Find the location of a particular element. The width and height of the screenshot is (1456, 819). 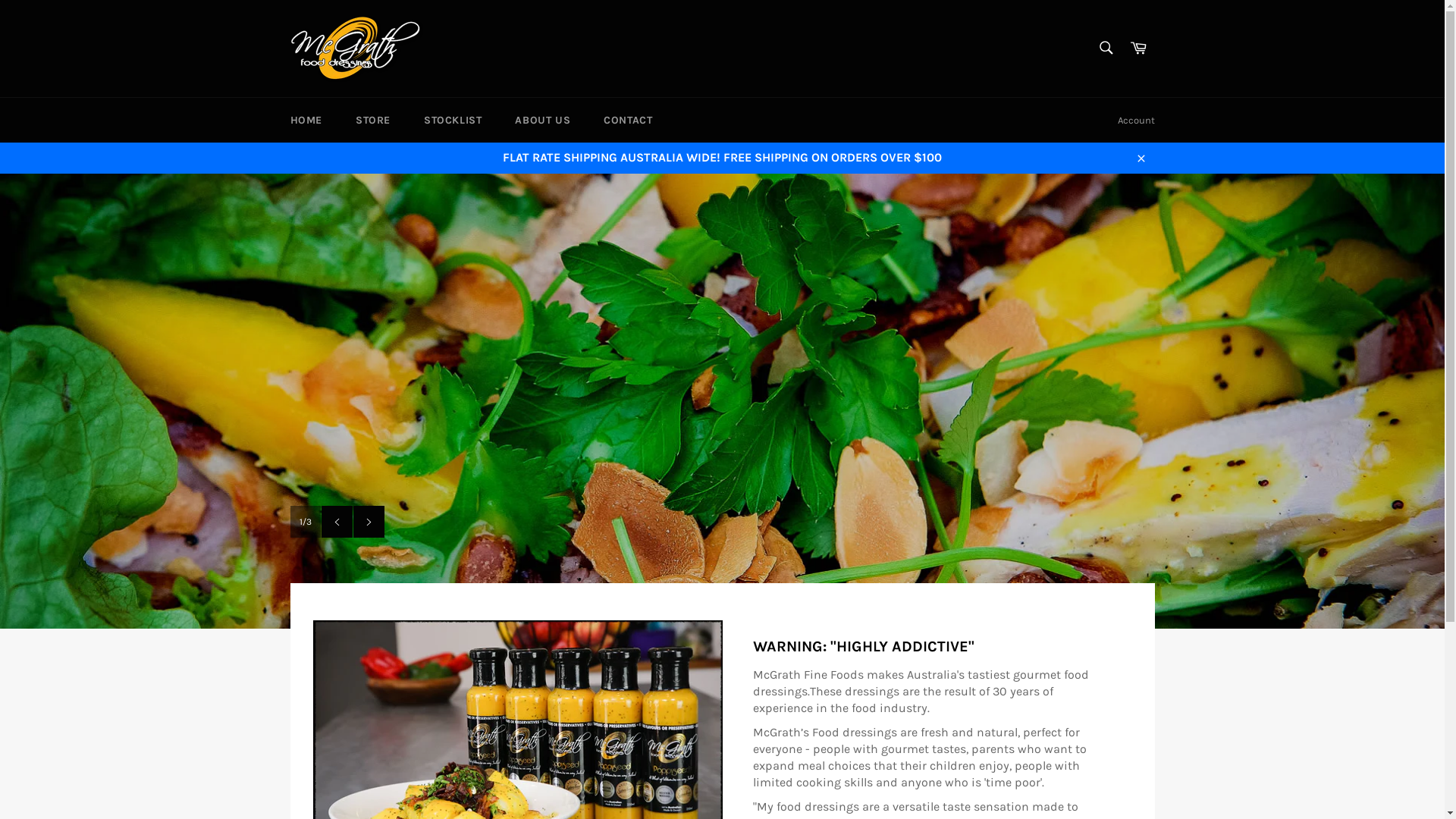

'Account' is located at coordinates (1110, 119).